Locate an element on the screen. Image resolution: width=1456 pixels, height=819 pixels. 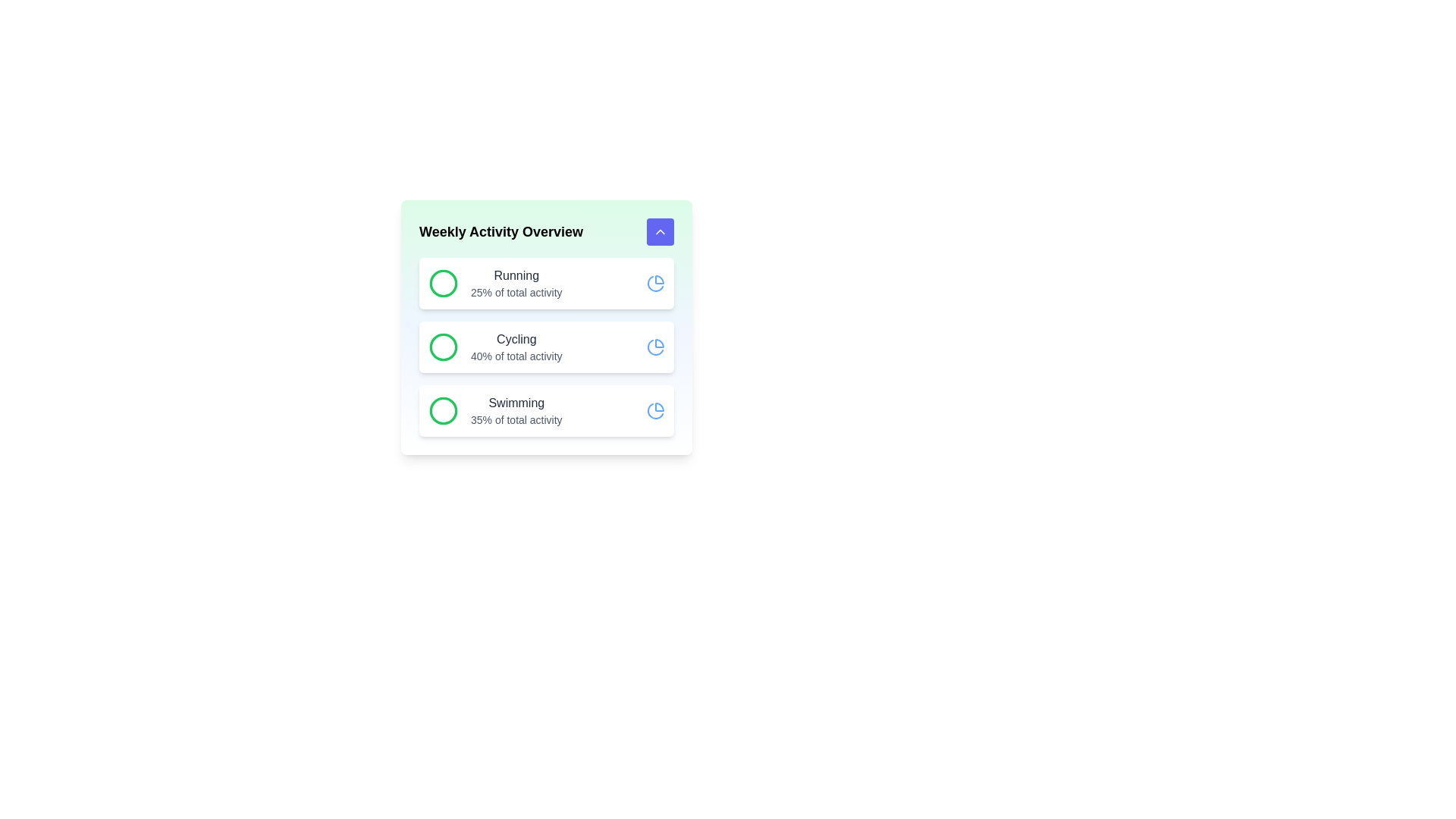
the circular icon with a green border located to the left of the 'Running' text in the 'Weekly Activity Overview' section is located at coordinates (443, 284).